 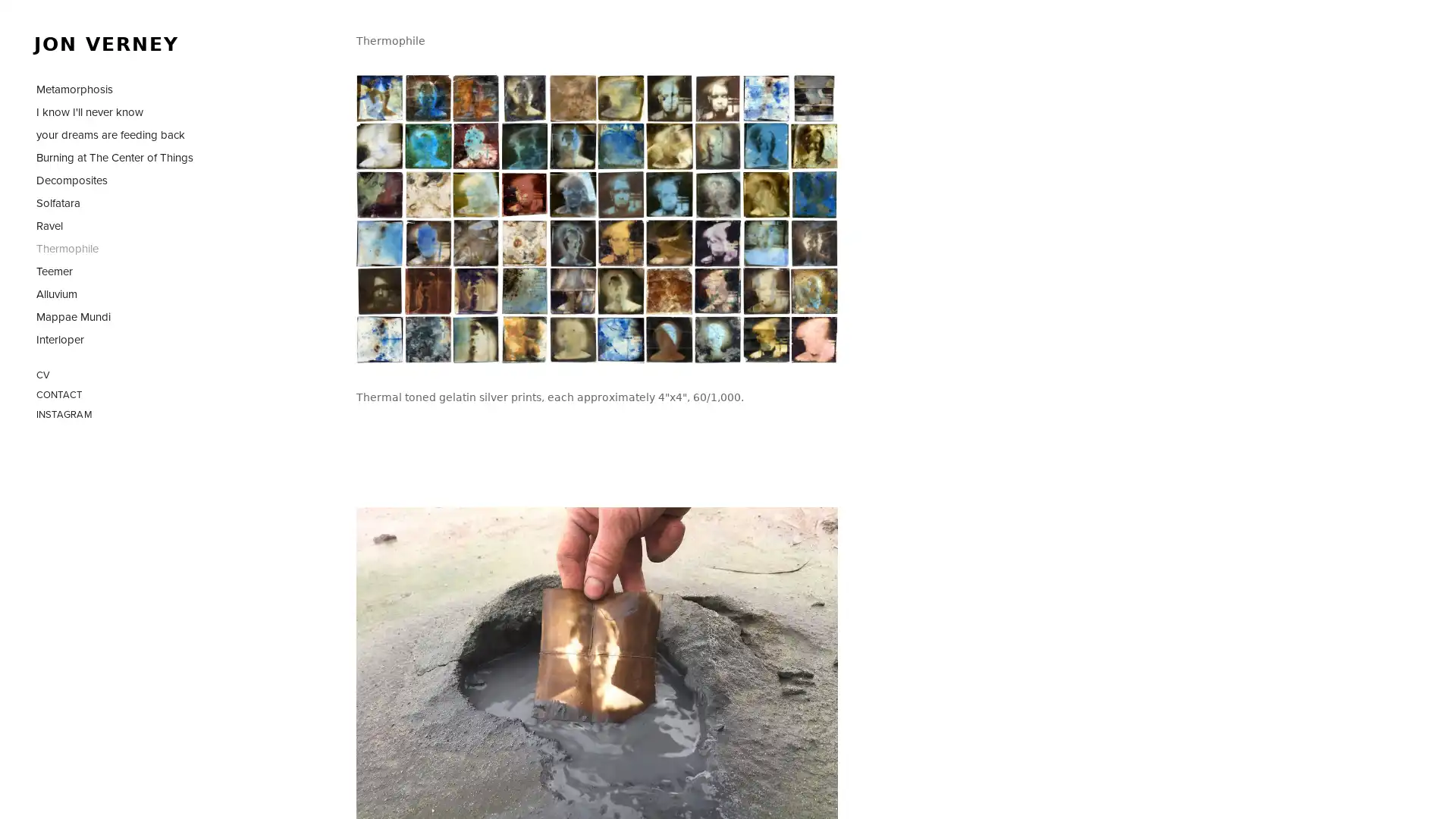 I want to click on View fullsize jon_verney_thermophile_62.jpg, so click(x=668, y=338).